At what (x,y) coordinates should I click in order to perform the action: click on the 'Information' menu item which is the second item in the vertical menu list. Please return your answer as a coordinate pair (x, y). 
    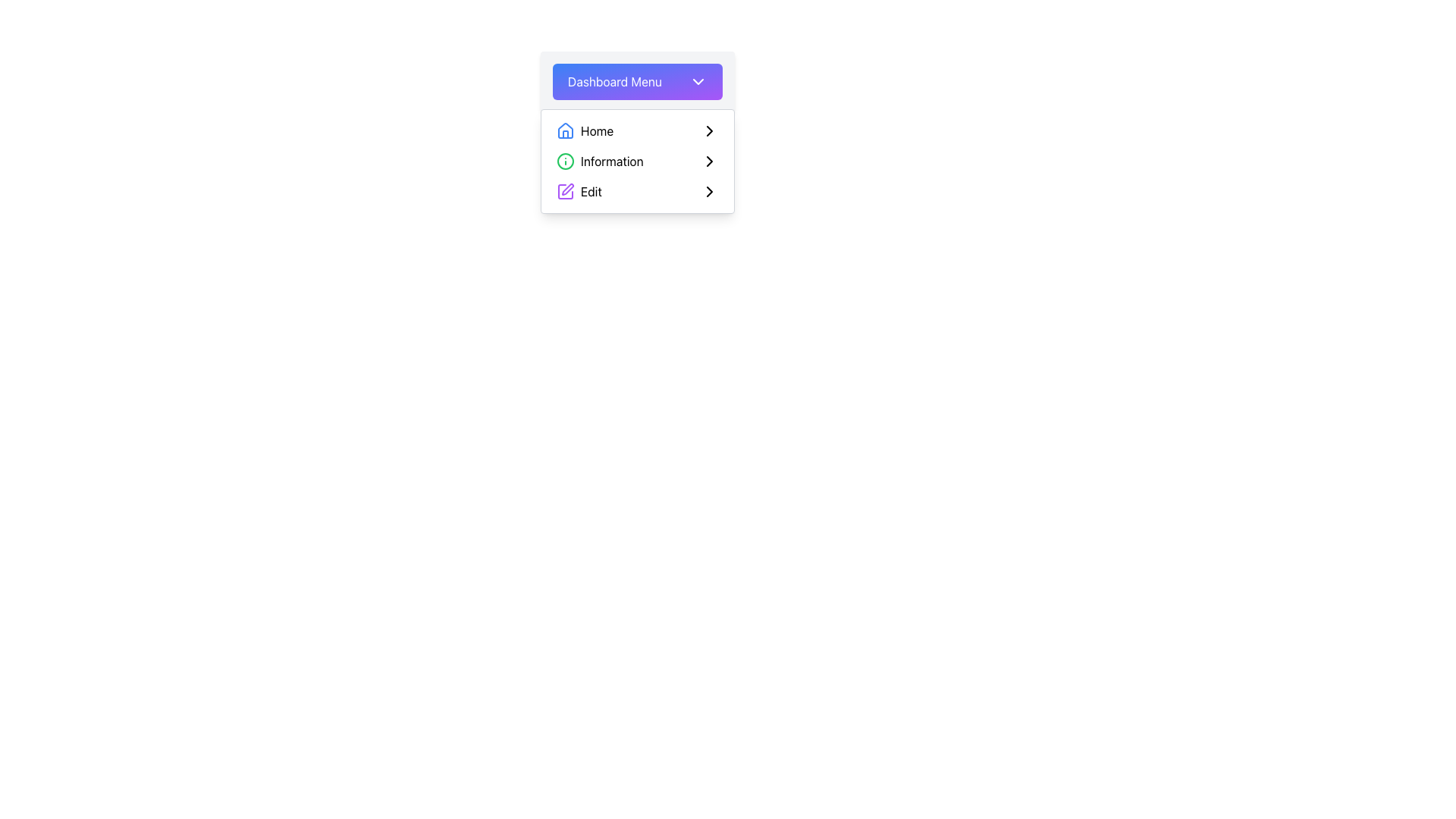
    Looking at the image, I should click on (637, 161).